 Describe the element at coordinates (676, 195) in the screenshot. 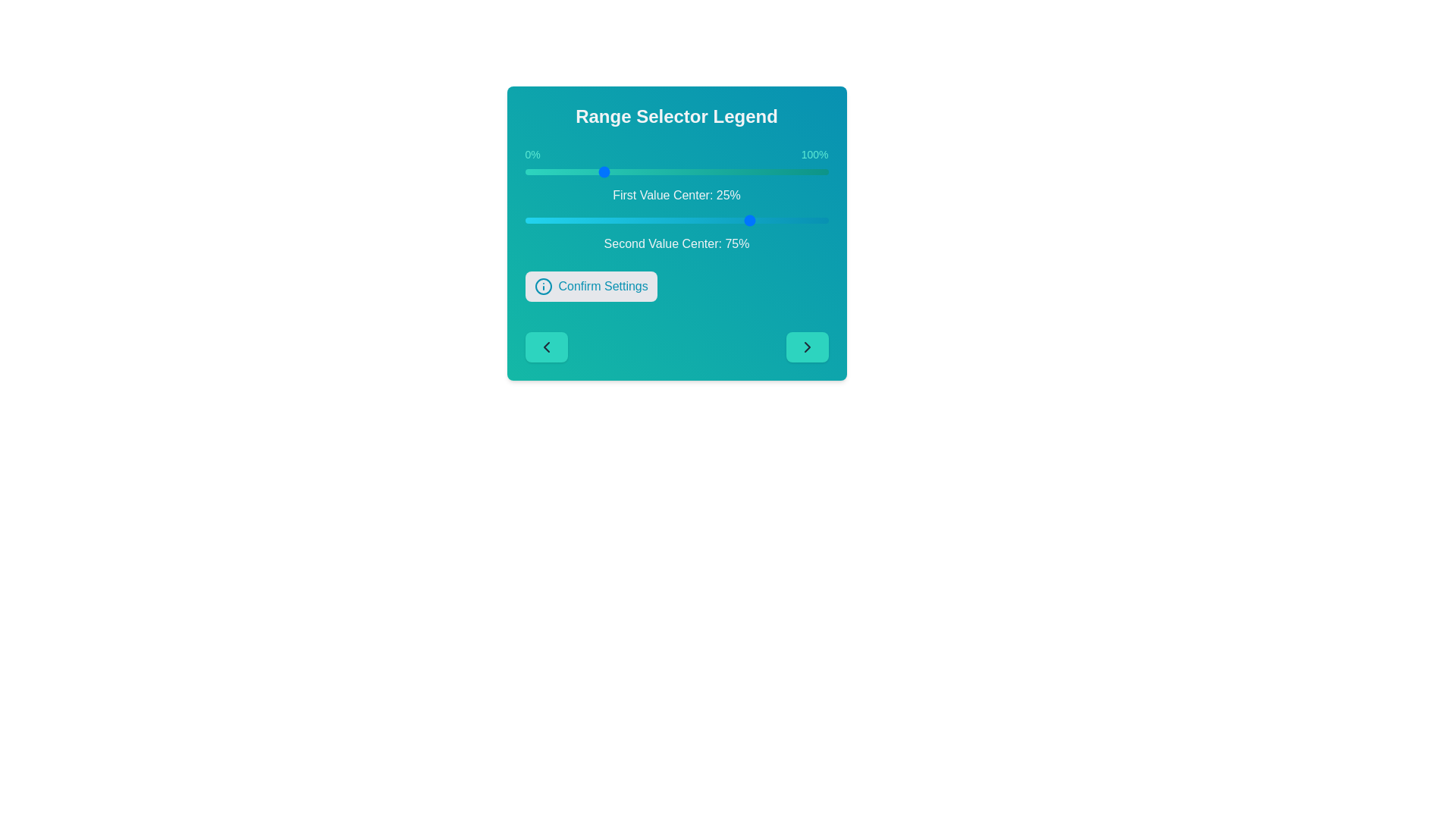

I see `the static text label displaying 'First Value Center: 25%' which is centered within a teal background` at that location.